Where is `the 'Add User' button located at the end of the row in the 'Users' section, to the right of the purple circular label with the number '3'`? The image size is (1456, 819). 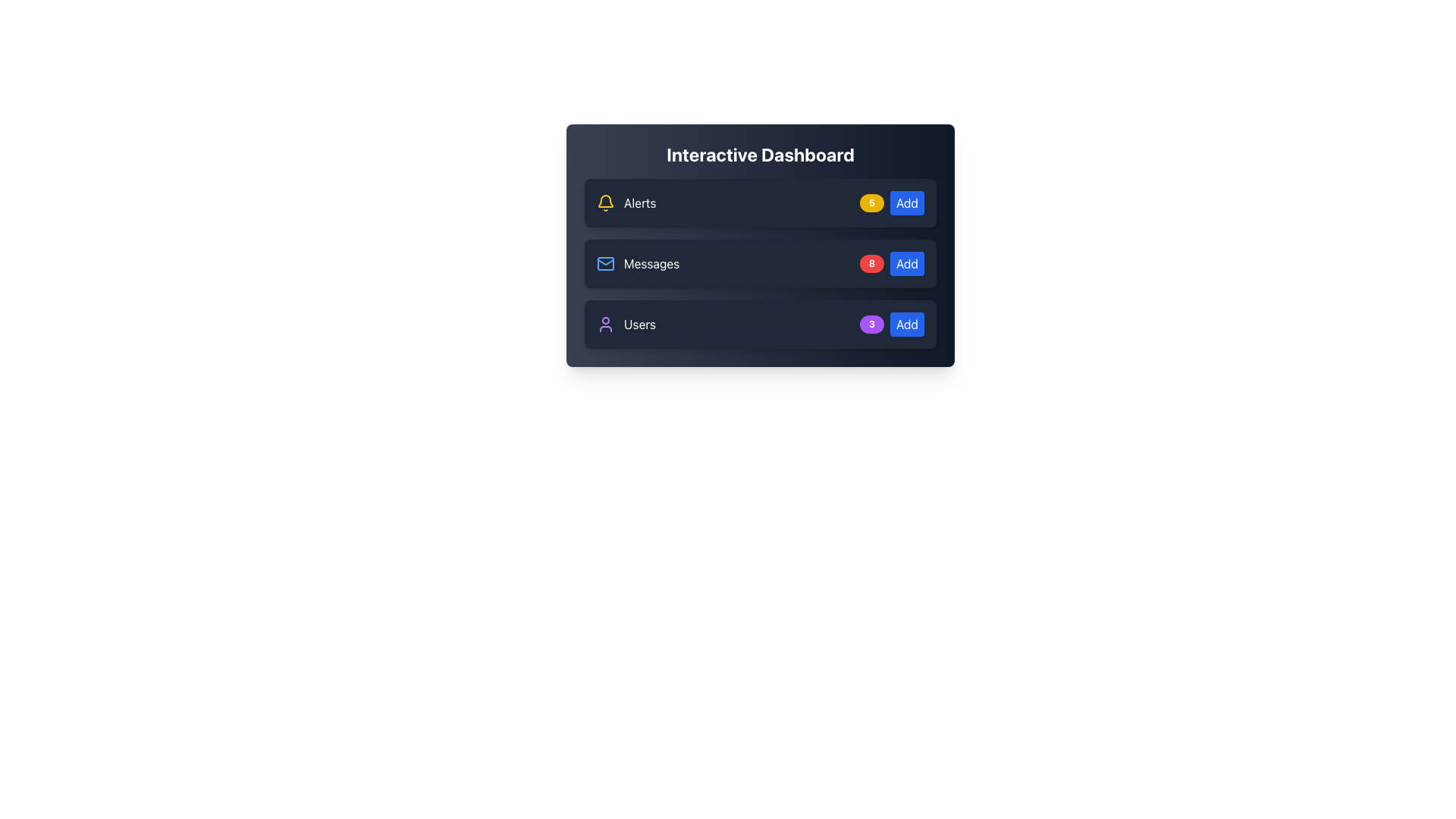
the 'Add User' button located at the end of the row in the 'Users' section, to the right of the purple circular label with the number '3' is located at coordinates (907, 324).